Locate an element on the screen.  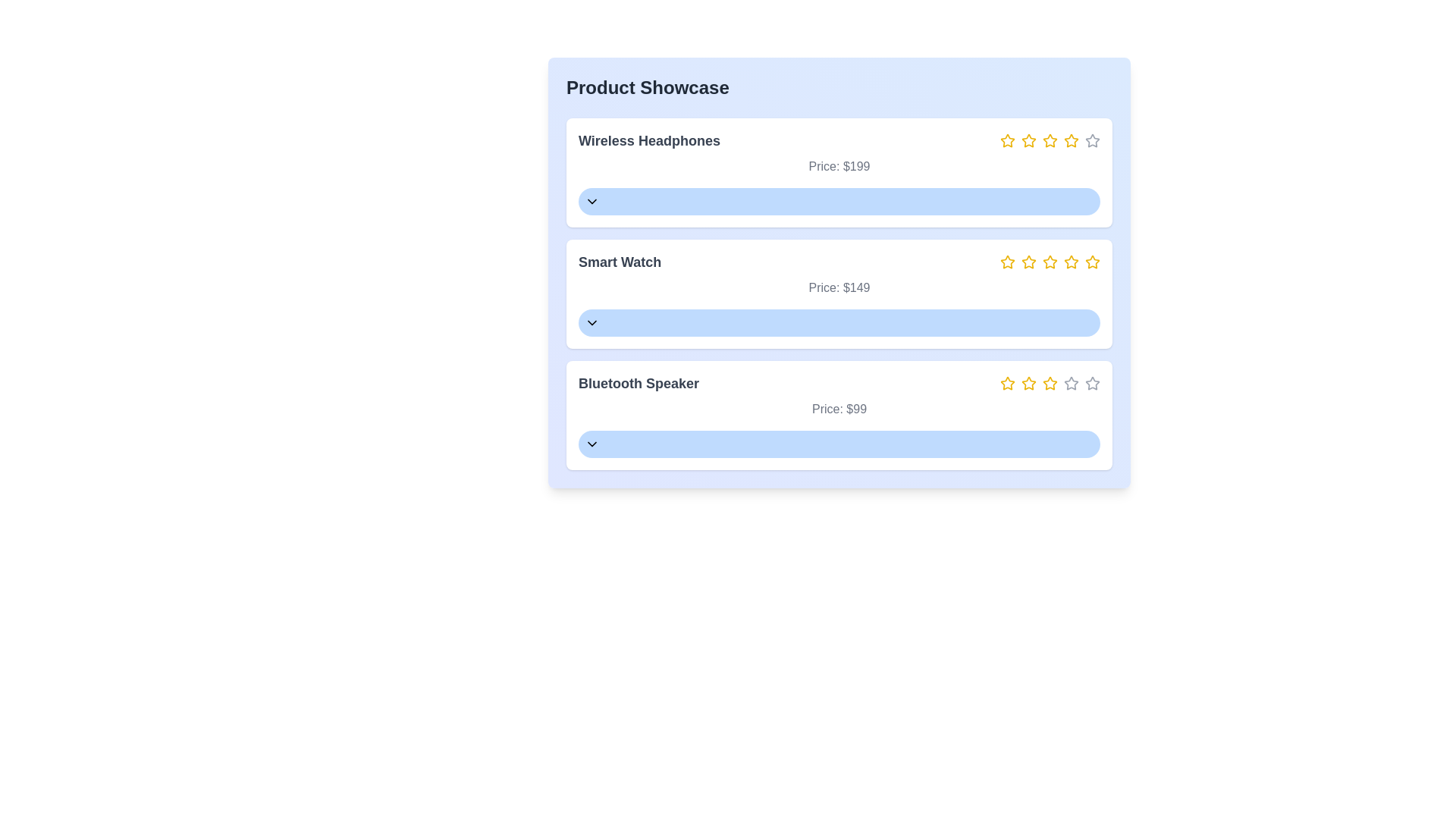
the fourth star icon in the rating row of the second product to update the rating is located at coordinates (1069, 260).